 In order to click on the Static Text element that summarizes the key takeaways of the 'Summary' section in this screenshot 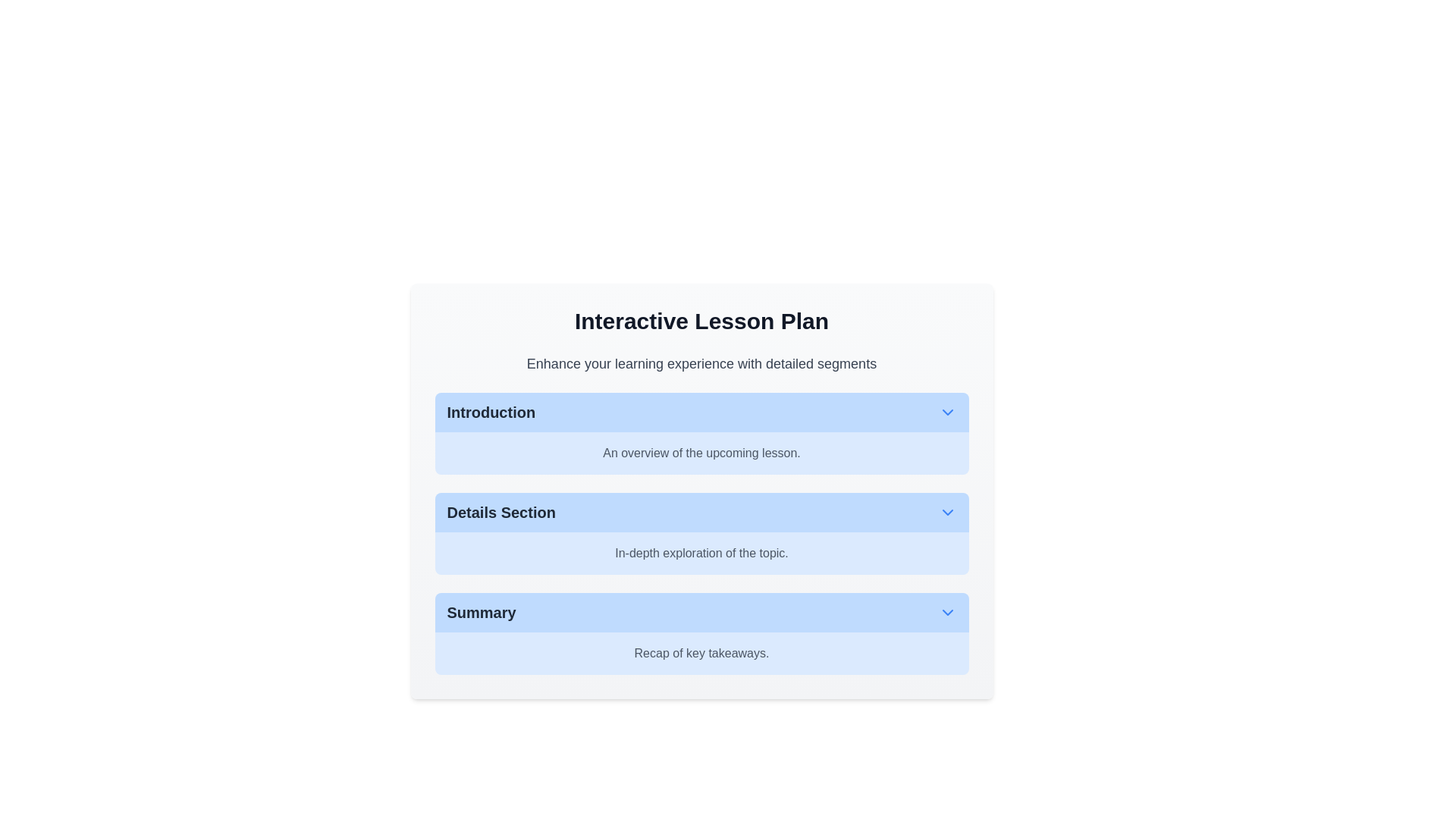, I will do `click(701, 652)`.